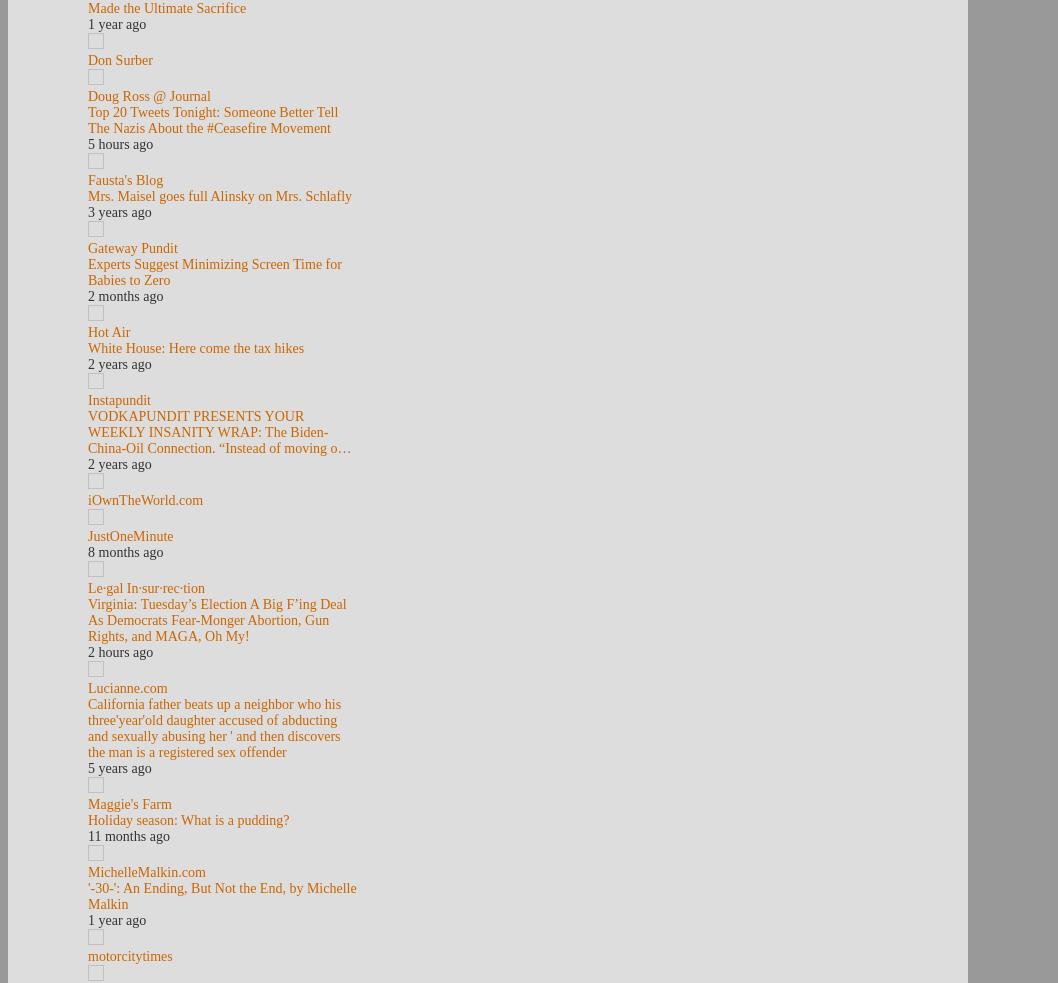 This screenshot has width=1058, height=983. Describe the element at coordinates (214, 272) in the screenshot. I see `'Experts Suggest Minimizing Screen Time for Babies to Zero'` at that location.